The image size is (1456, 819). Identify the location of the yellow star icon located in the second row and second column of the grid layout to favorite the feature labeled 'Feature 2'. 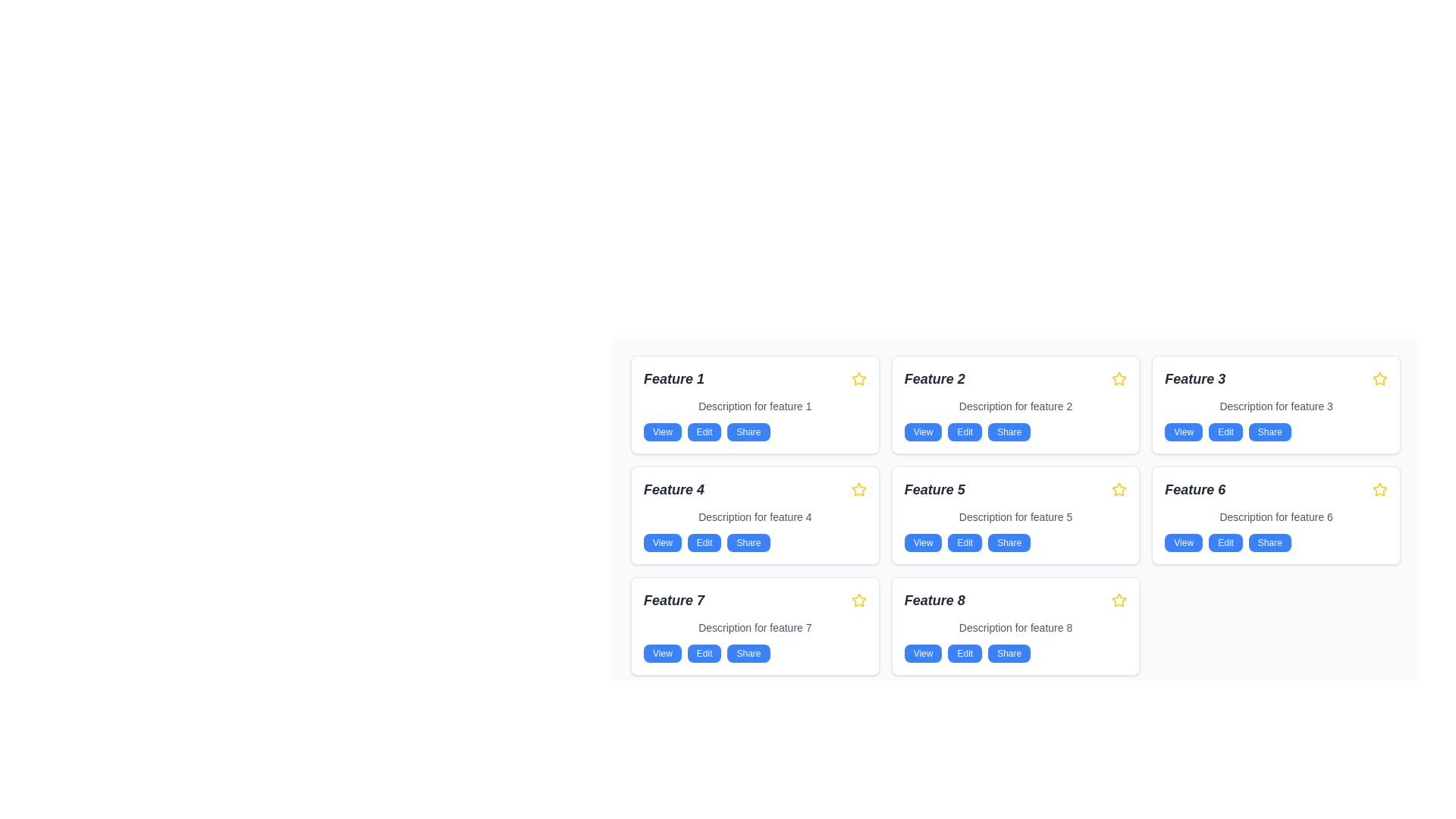
(1119, 378).